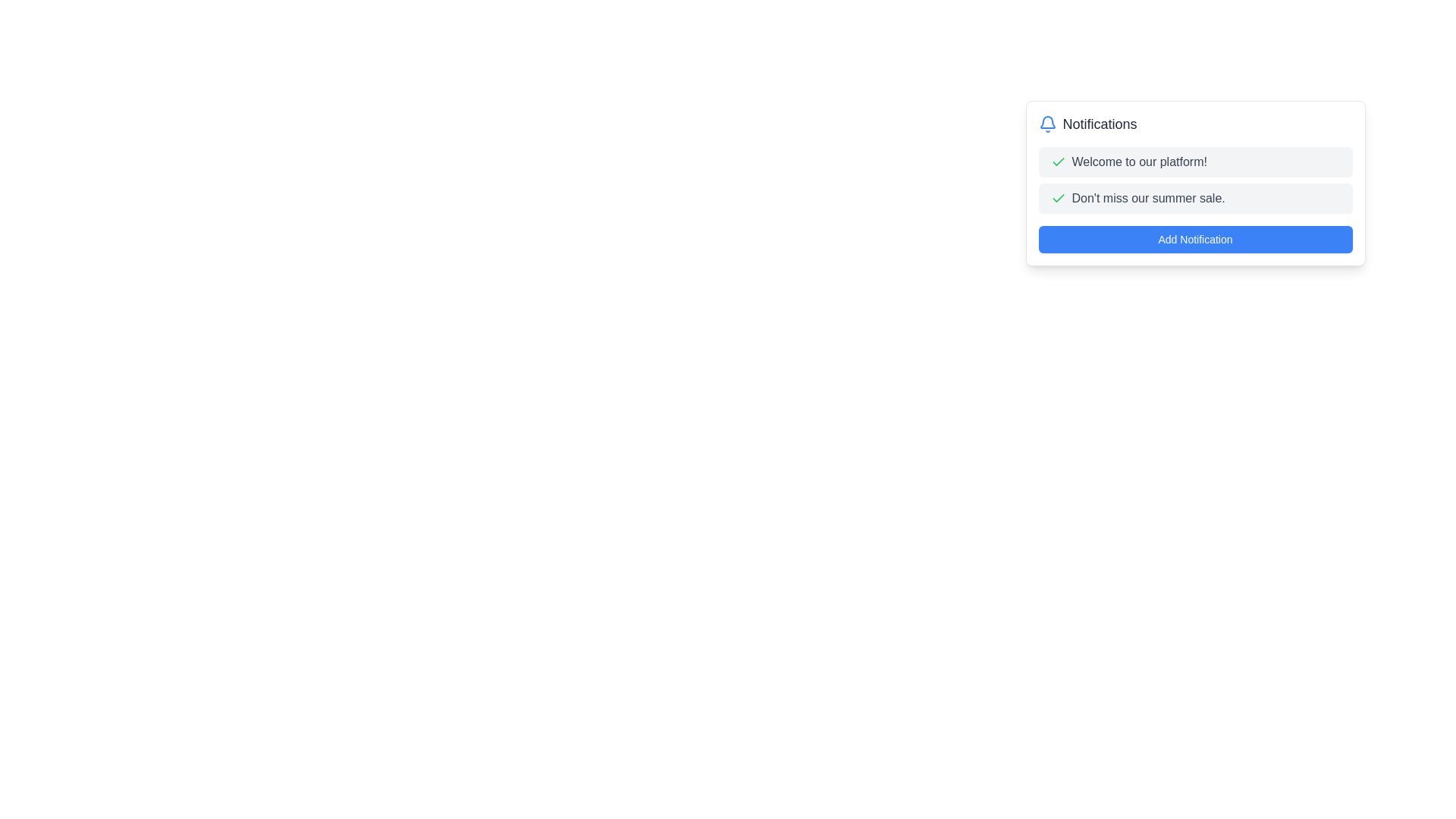  What do you see at coordinates (1139, 162) in the screenshot?
I see `the welcoming text label located at the center-right of the notification card` at bounding box center [1139, 162].